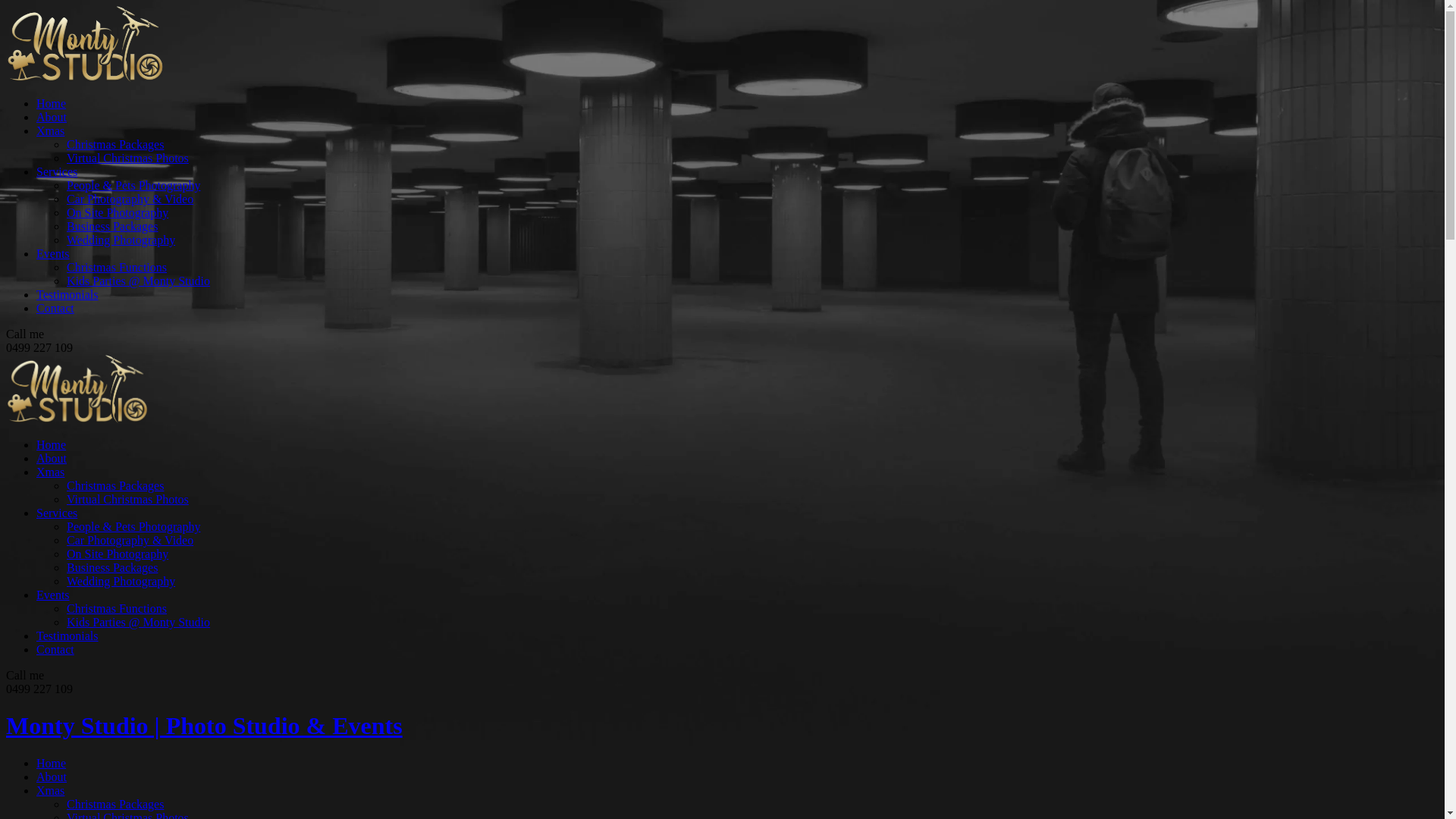 The width and height of the screenshot is (1456, 819). Describe the element at coordinates (36, 444) in the screenshot. I see `'Home'` at that location.